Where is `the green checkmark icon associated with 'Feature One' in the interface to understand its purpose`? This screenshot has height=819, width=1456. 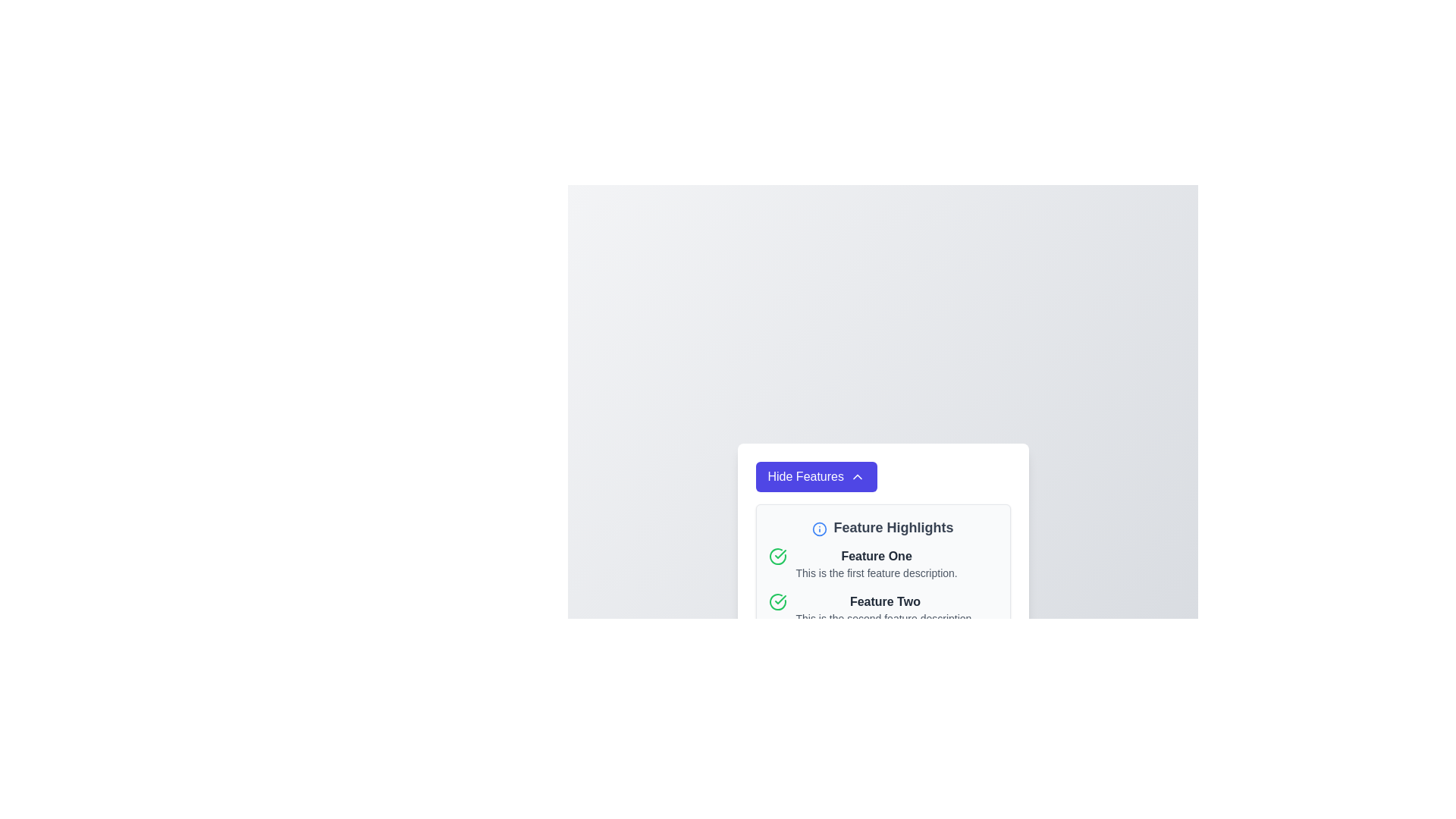
the green checkmark icon associated with 'Feature One' in the interface to understand its purpose is located at coordinates (780, 598).